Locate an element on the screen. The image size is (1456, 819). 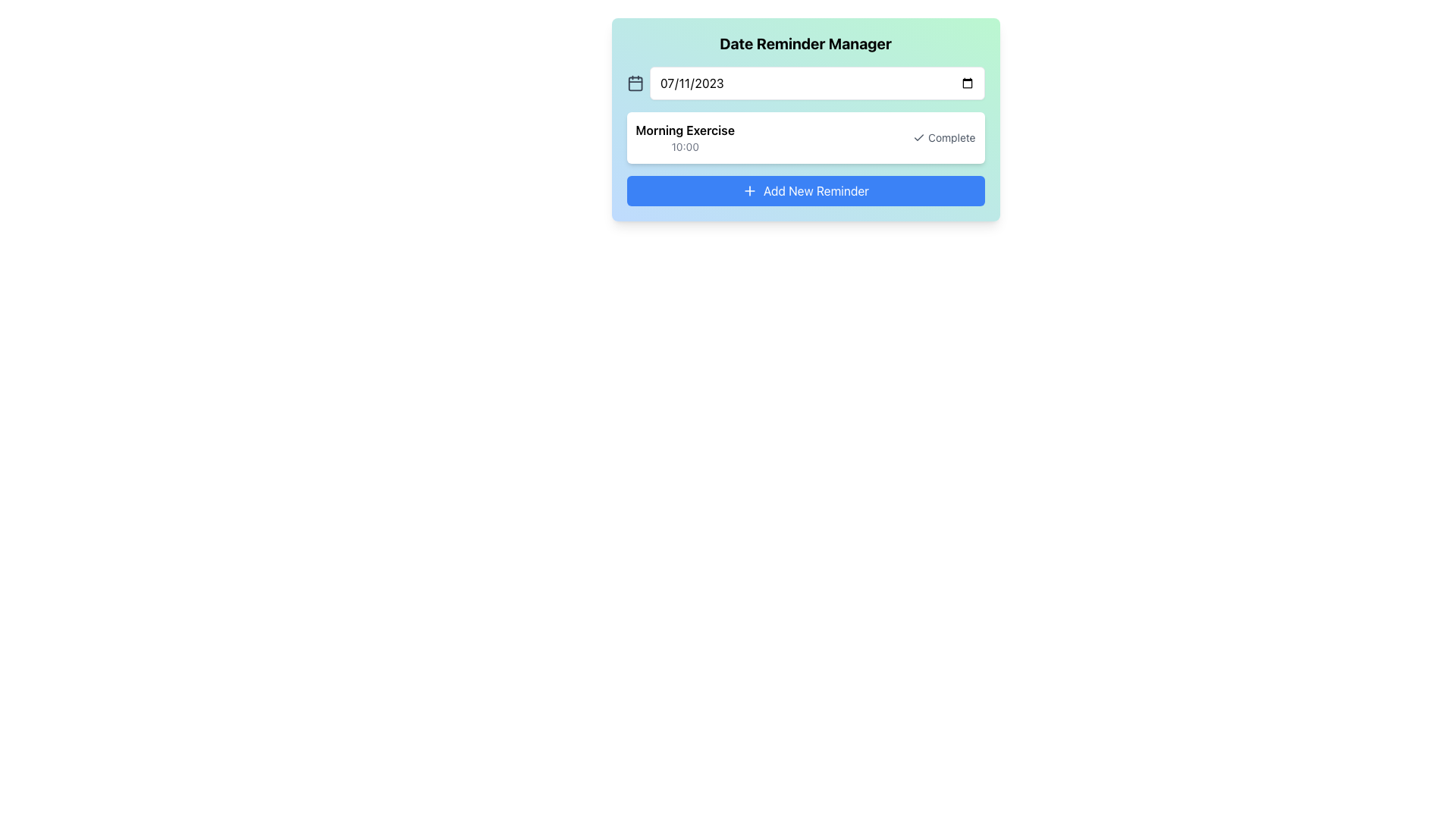
the checkmark icon representing a completed item, which is part of the 'Complete' label for the 'Morning Exercise' reminder is located at coordinates (918, 137).